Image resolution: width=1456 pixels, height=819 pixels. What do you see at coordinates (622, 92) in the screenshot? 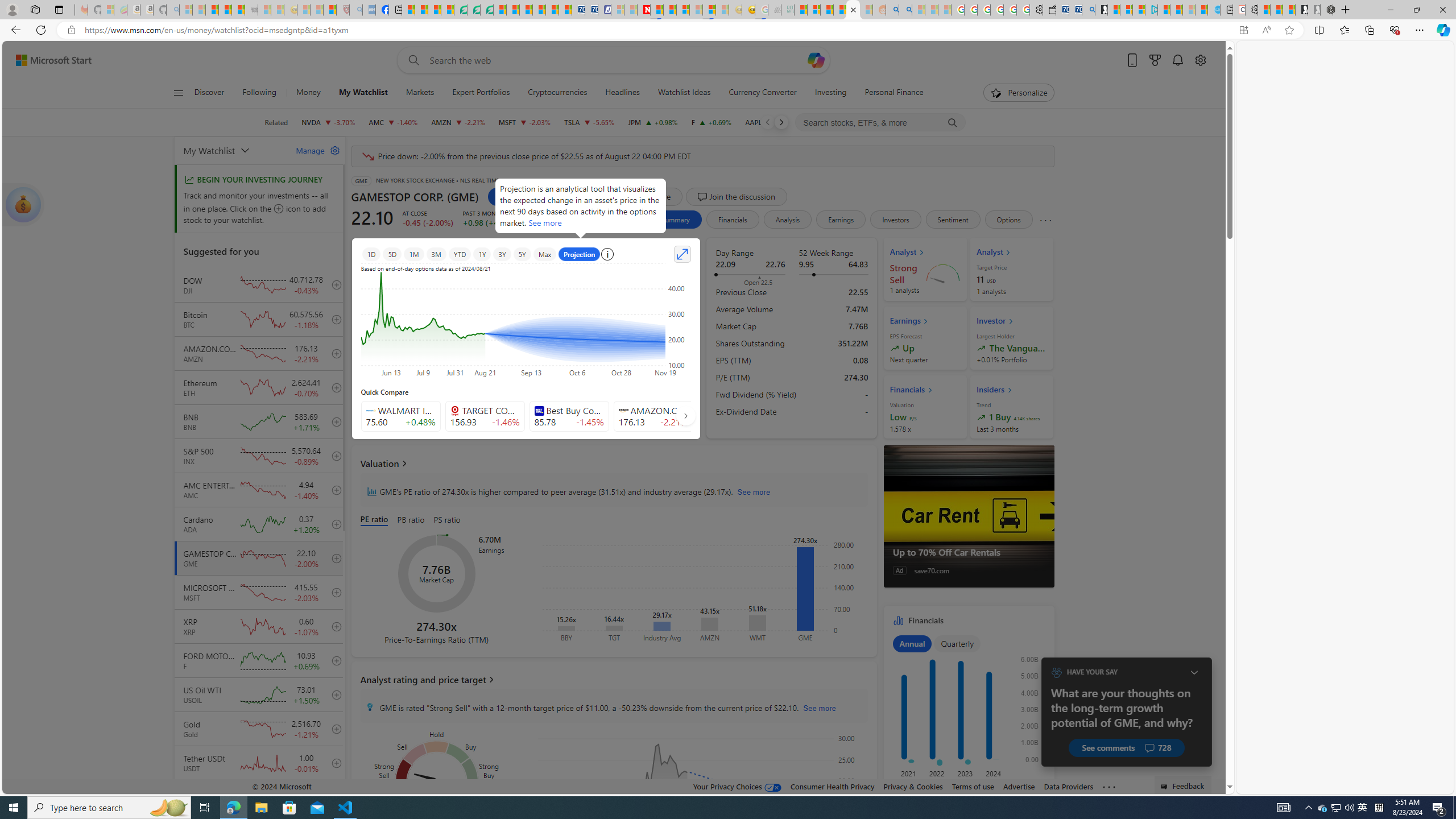
I see `'Headlines'` at bounding box center [622, 92].